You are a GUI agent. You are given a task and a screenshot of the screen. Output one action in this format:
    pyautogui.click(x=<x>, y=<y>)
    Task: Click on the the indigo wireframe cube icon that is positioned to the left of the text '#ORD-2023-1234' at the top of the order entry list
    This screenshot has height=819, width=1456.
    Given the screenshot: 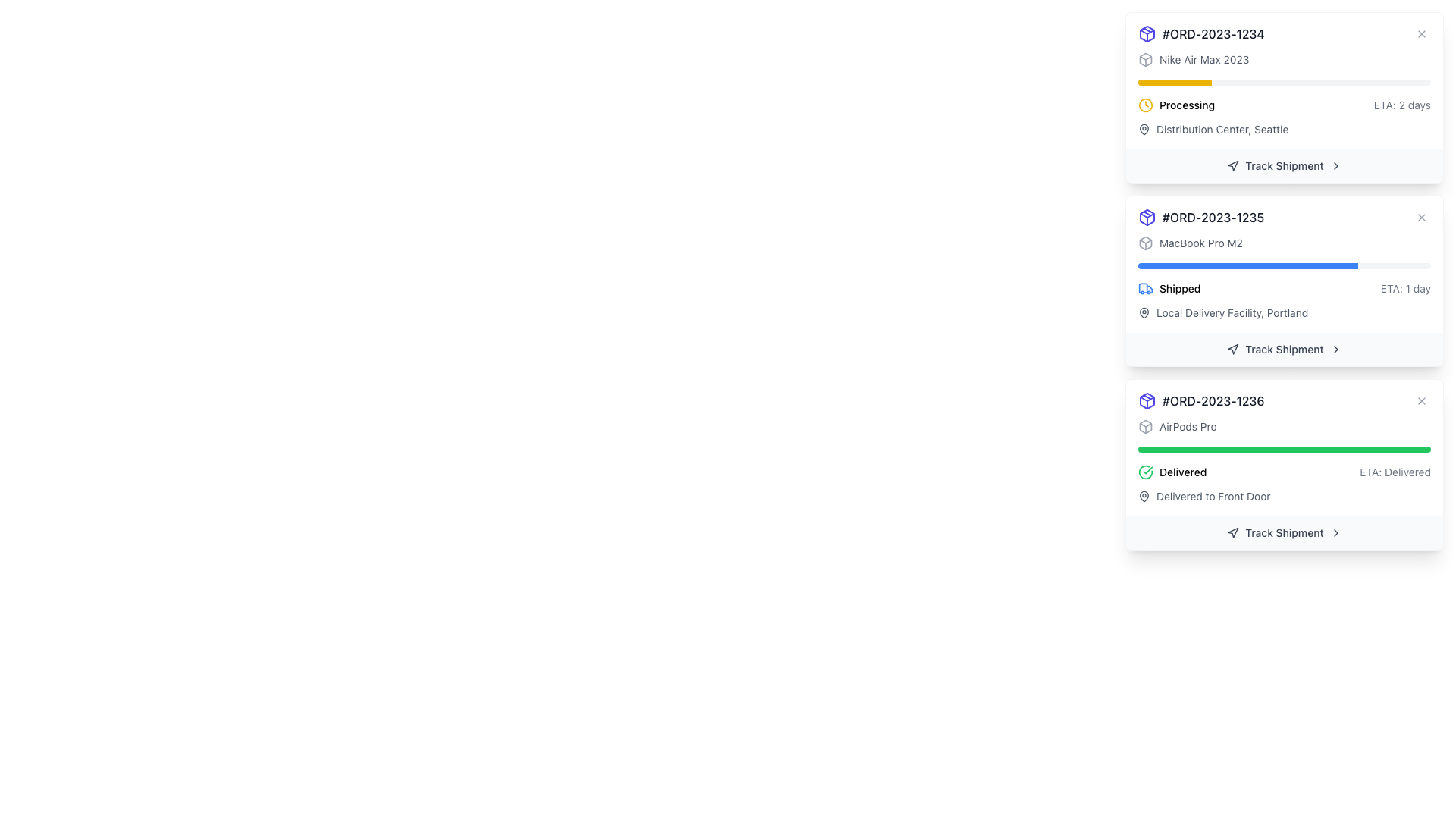 What is the action you would take?
    pyautogui.click(x=1147, y=34)
    